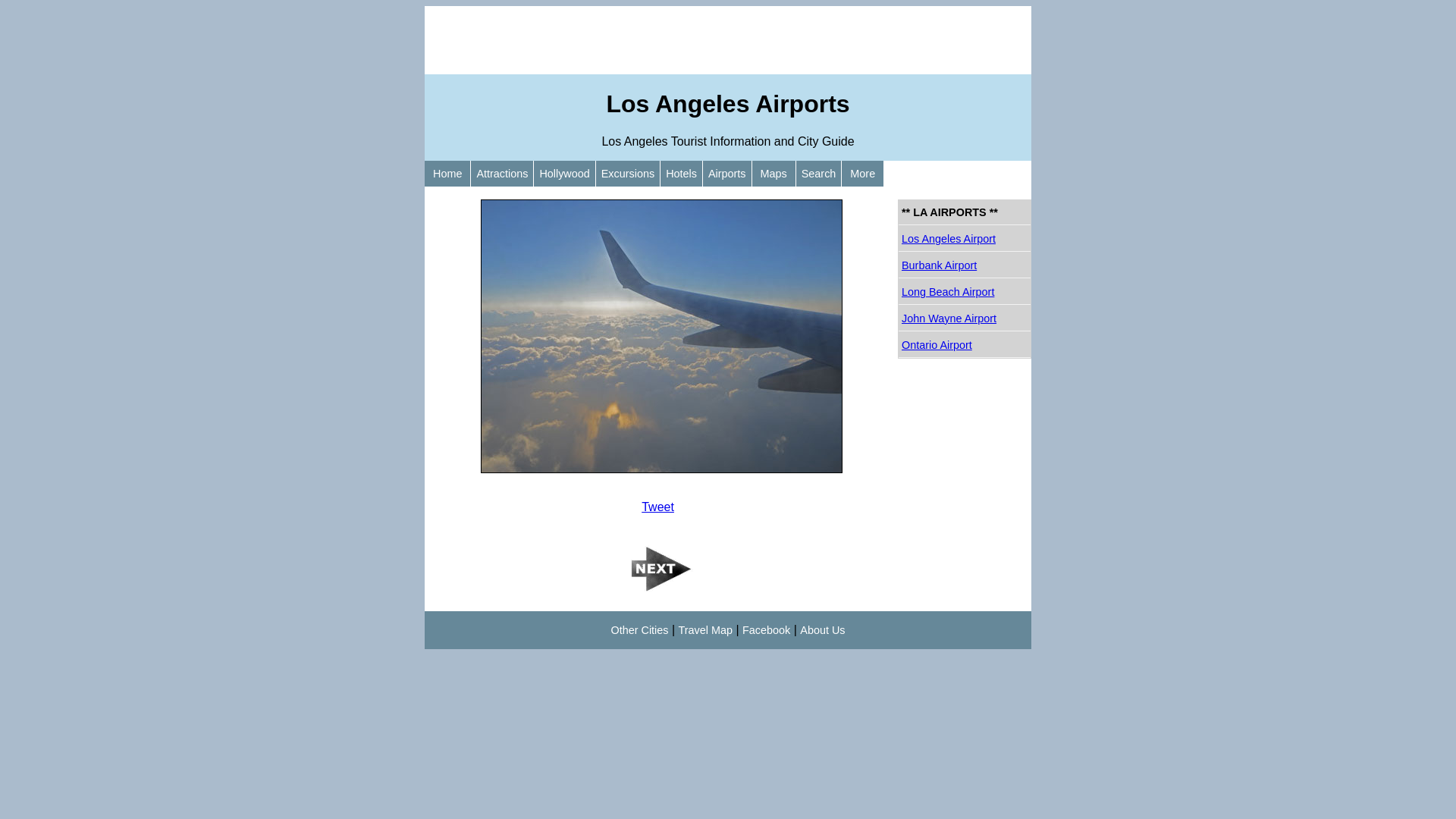 The width and height of the screenshot is (1456, 819). I want to click on 'Long Beach Airport', so click(899, 292).